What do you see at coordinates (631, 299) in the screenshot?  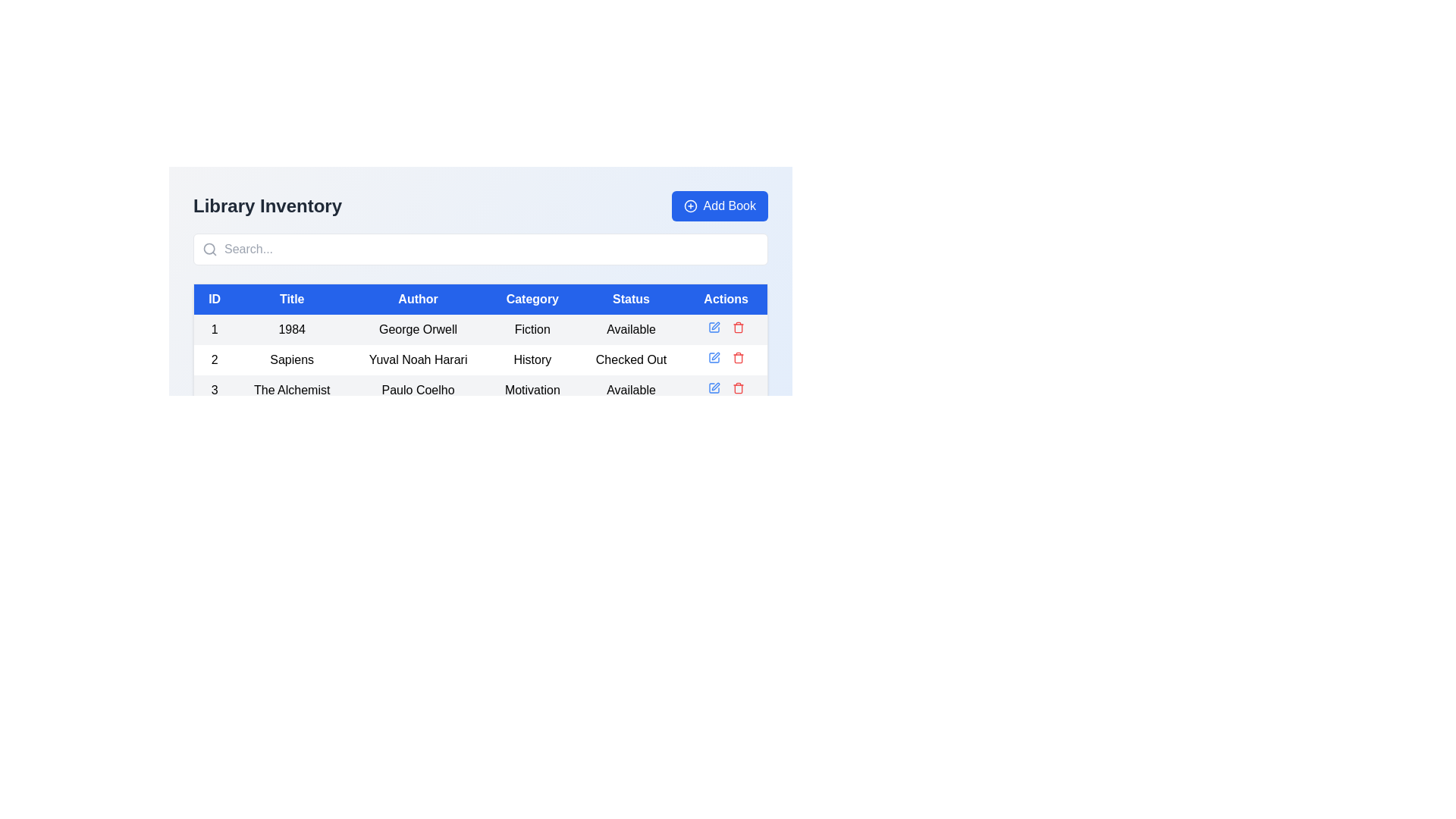 I see `the blue rectangular table header cell containing the white text 'Status', which is the fifth column header in the table` at bounding box center [631, 299].